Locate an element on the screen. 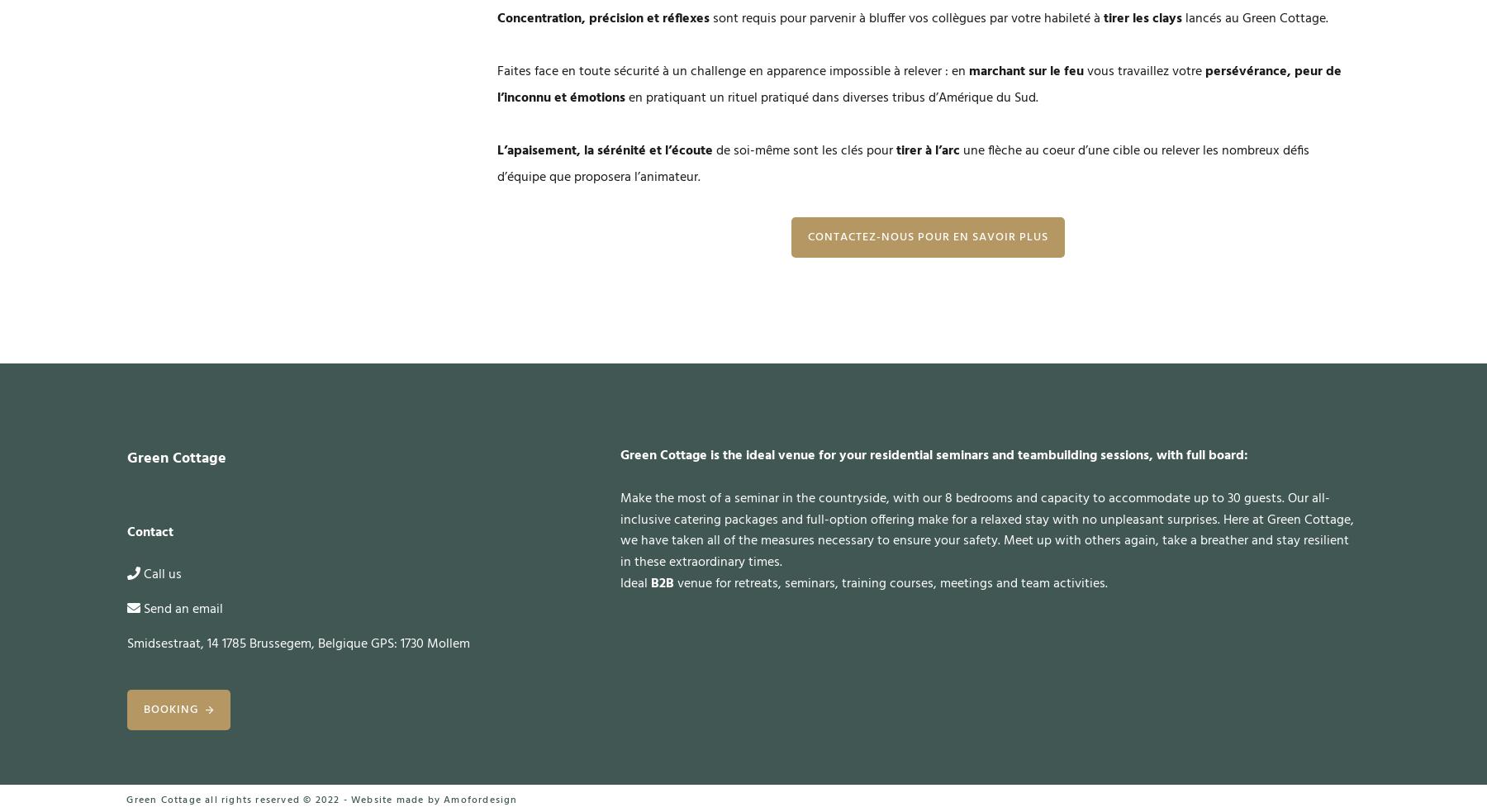 This screenshot has width=1487, height=812. 'Make the most of a seminar in the countryside, with our 8 bedrooms and capacity to accommodate up to 30 guests. Our all-inclusive catering packages and full-option offering make for a relaxed stay with no unpleasant surprises. Here at Green Cottage, we have taken all of the measures necessary to ensure your safety. Meet up with others again, take a breather and stay resilient in these extraordinary times.' is located at coordinates (985, 529).